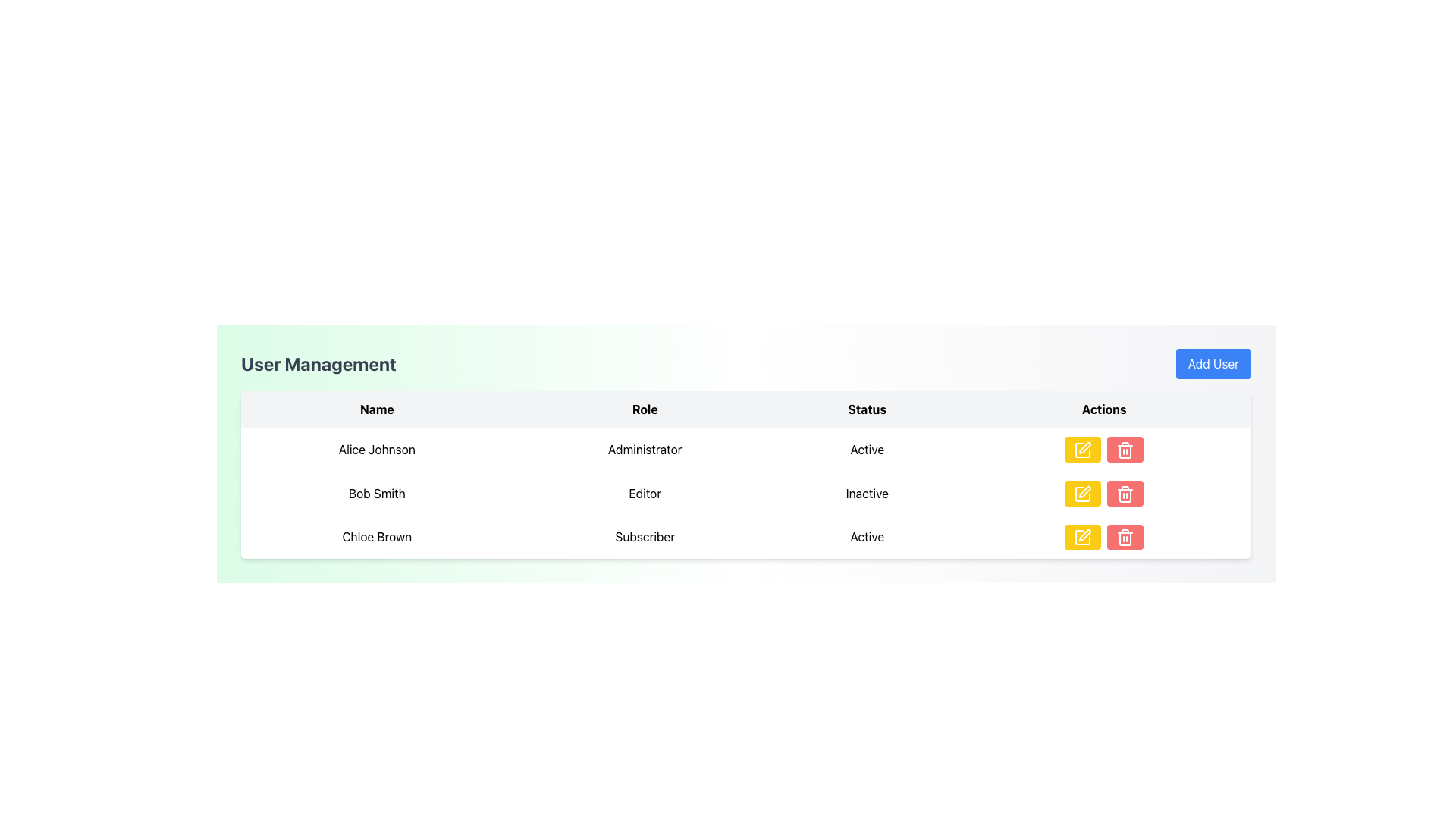 Image resolution: width=1456 pixels, height=819 pixels. I want to click on the 'User Management' text label, which is styled in bold and large font with a gray hue, located at the top-left corner of the header bar, so click(318, 363).